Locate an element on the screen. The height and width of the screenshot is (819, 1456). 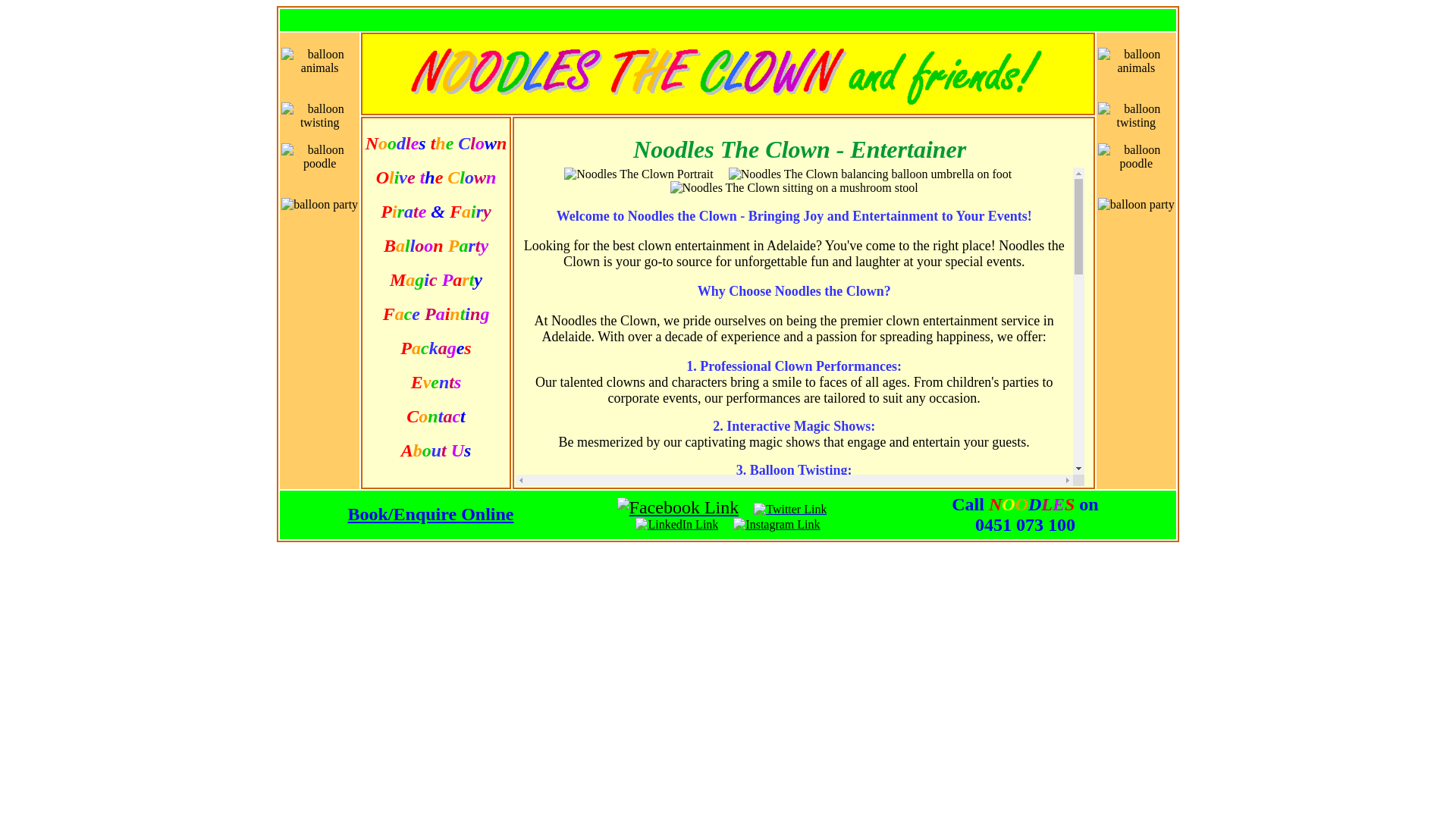
'Packages' is located at coordinates (435, 350).